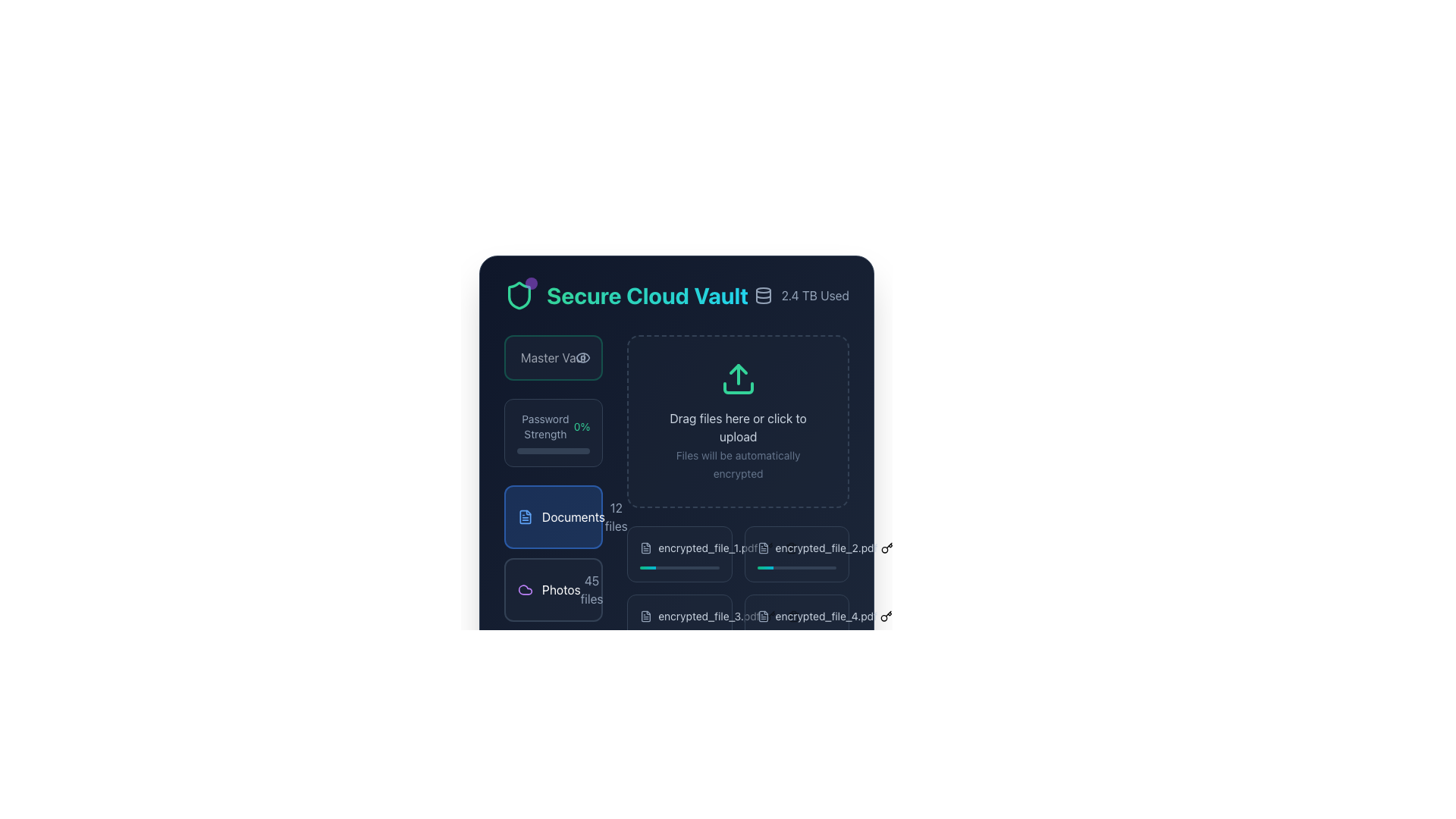 The height and width of the screenshot is (819, 1456). I want to click on the eye-shaped icon that toggles the visibility of the password in the 'Master Vault Password' input field, so click(582, 357).